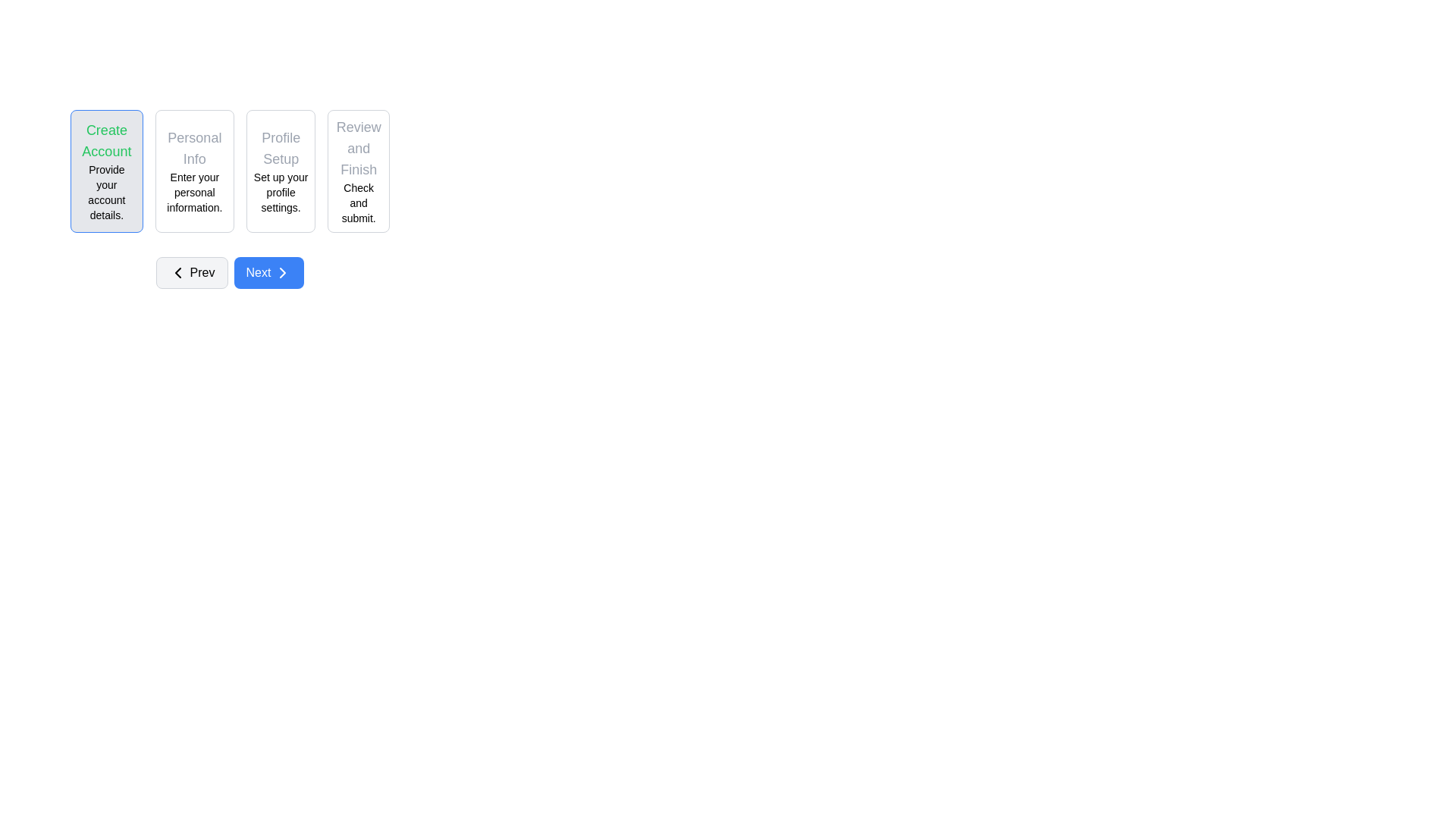  Describe the element at coordinates (193, 192) in the screenshot. I see `the text label displaying 'Enter your personal information.' which is located below the header 'Personal Info' in the second step navigation card` at that location.